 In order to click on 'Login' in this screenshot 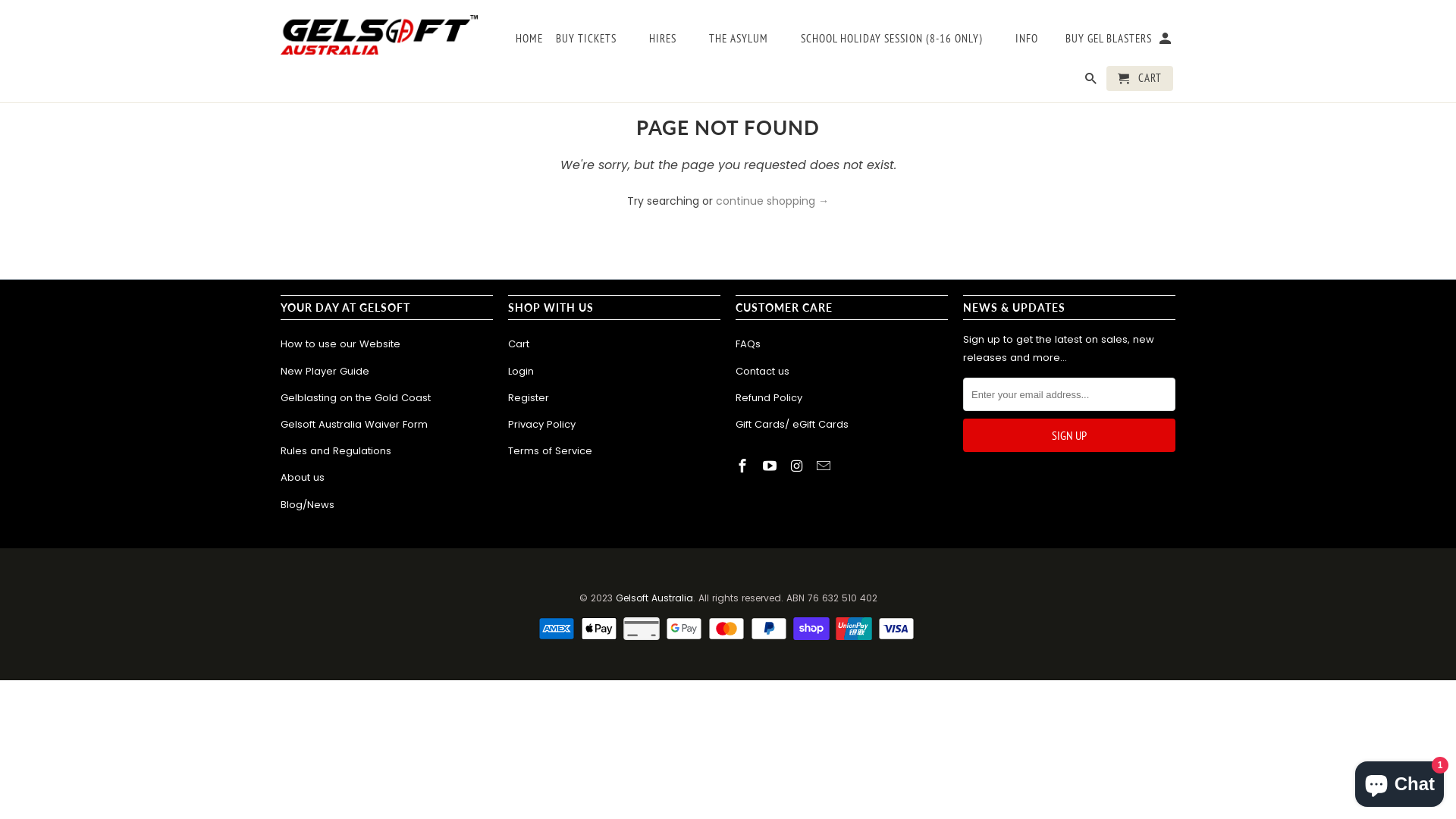, I will do `click(520, 371)`.